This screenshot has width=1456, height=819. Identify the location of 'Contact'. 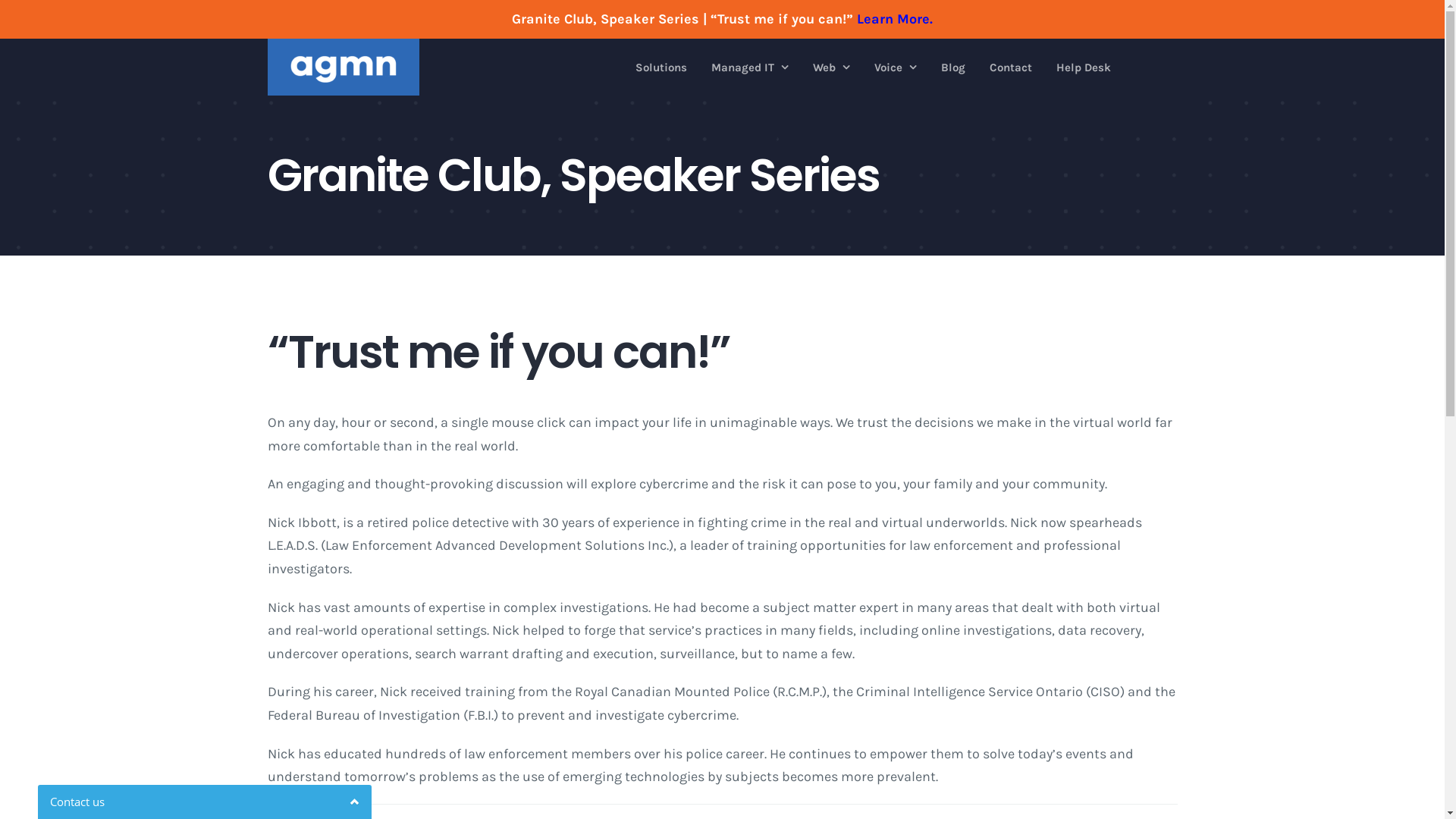
(1011, 66).